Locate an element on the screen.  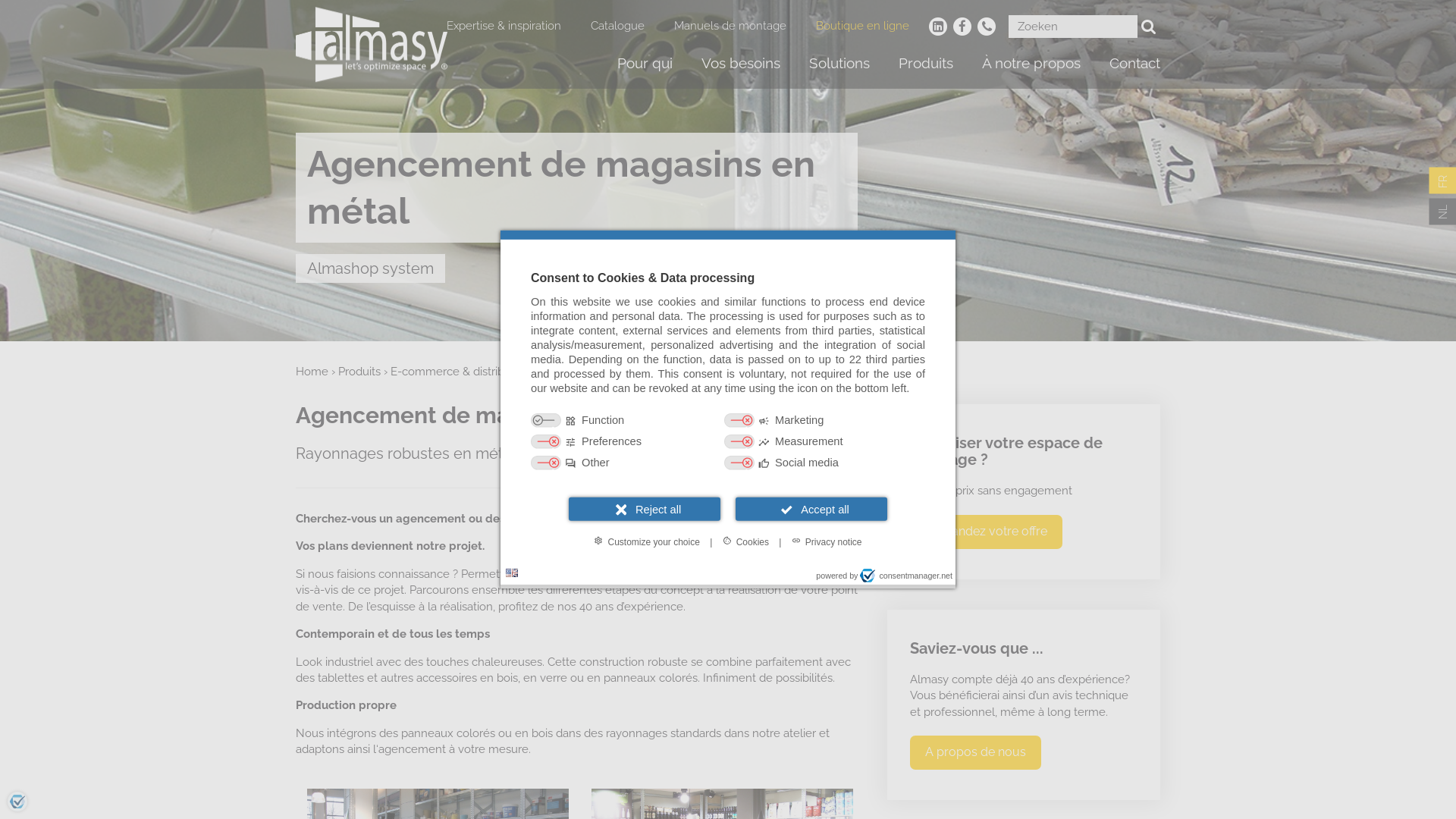
'consentmanager.net' is located at coordinates (906, 576).